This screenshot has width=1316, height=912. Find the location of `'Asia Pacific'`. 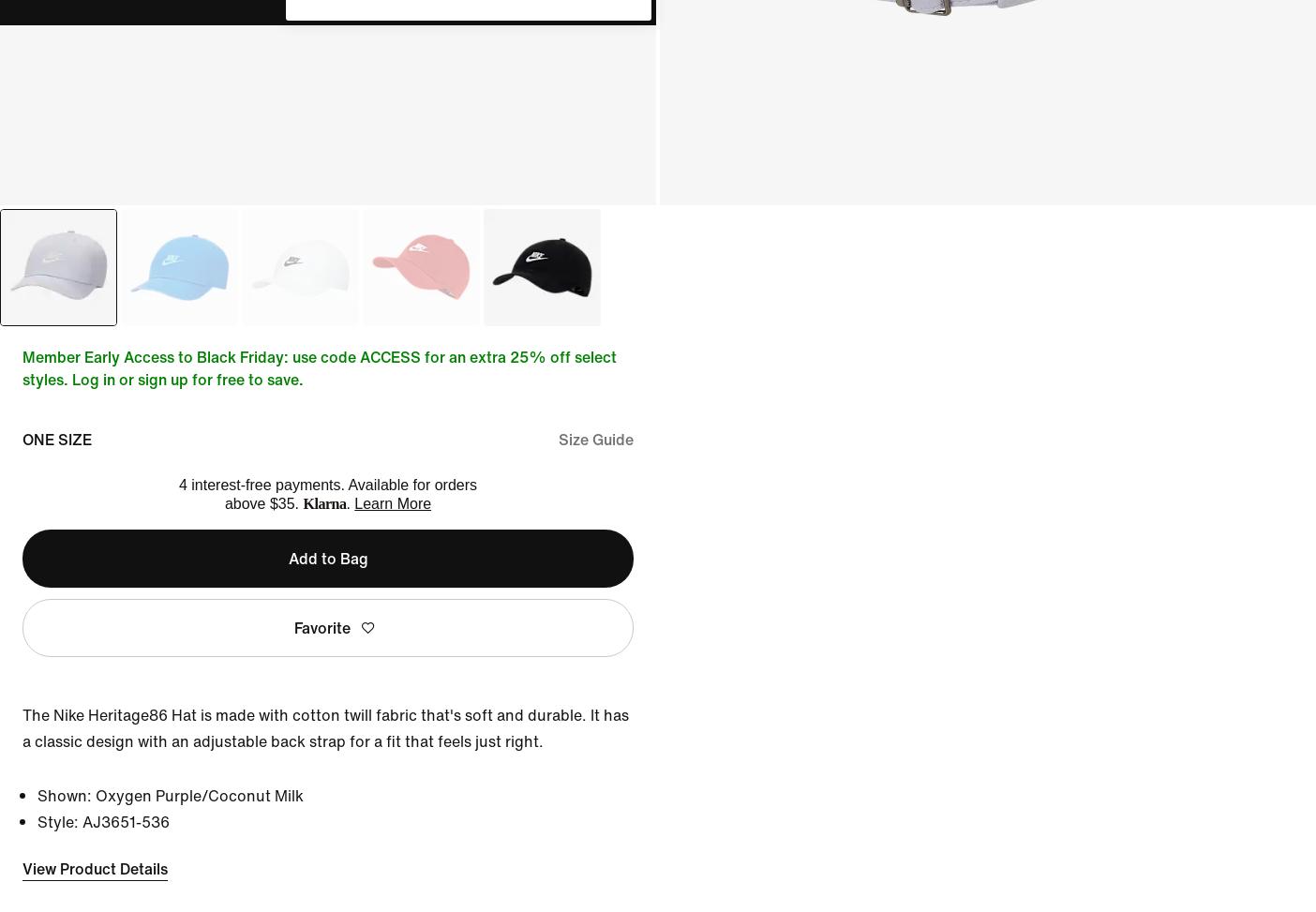

'Asia Pacific' is located at coordinates (90, 709).